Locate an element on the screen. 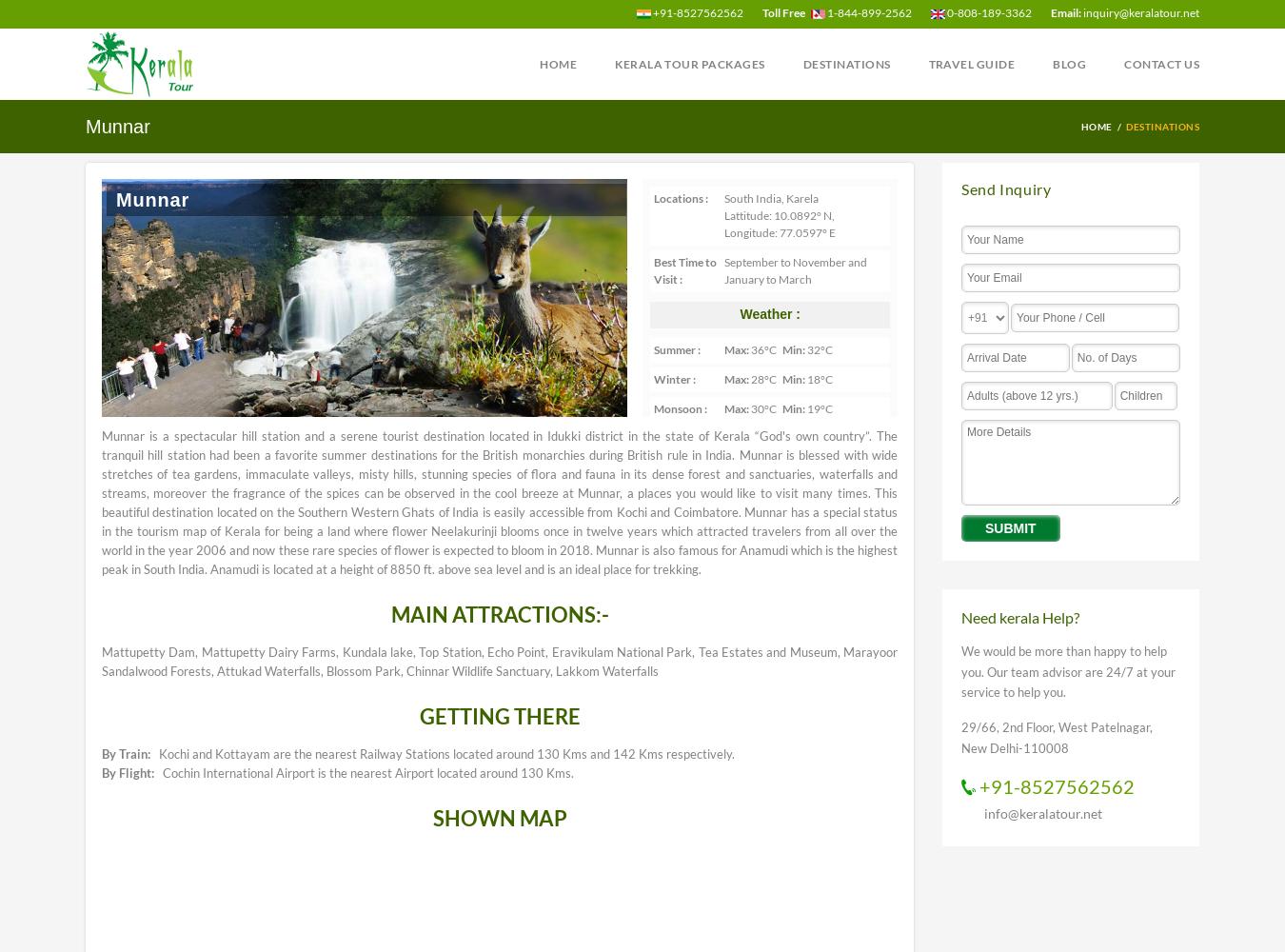  'Getting there' is located at coordinates (498, 715).